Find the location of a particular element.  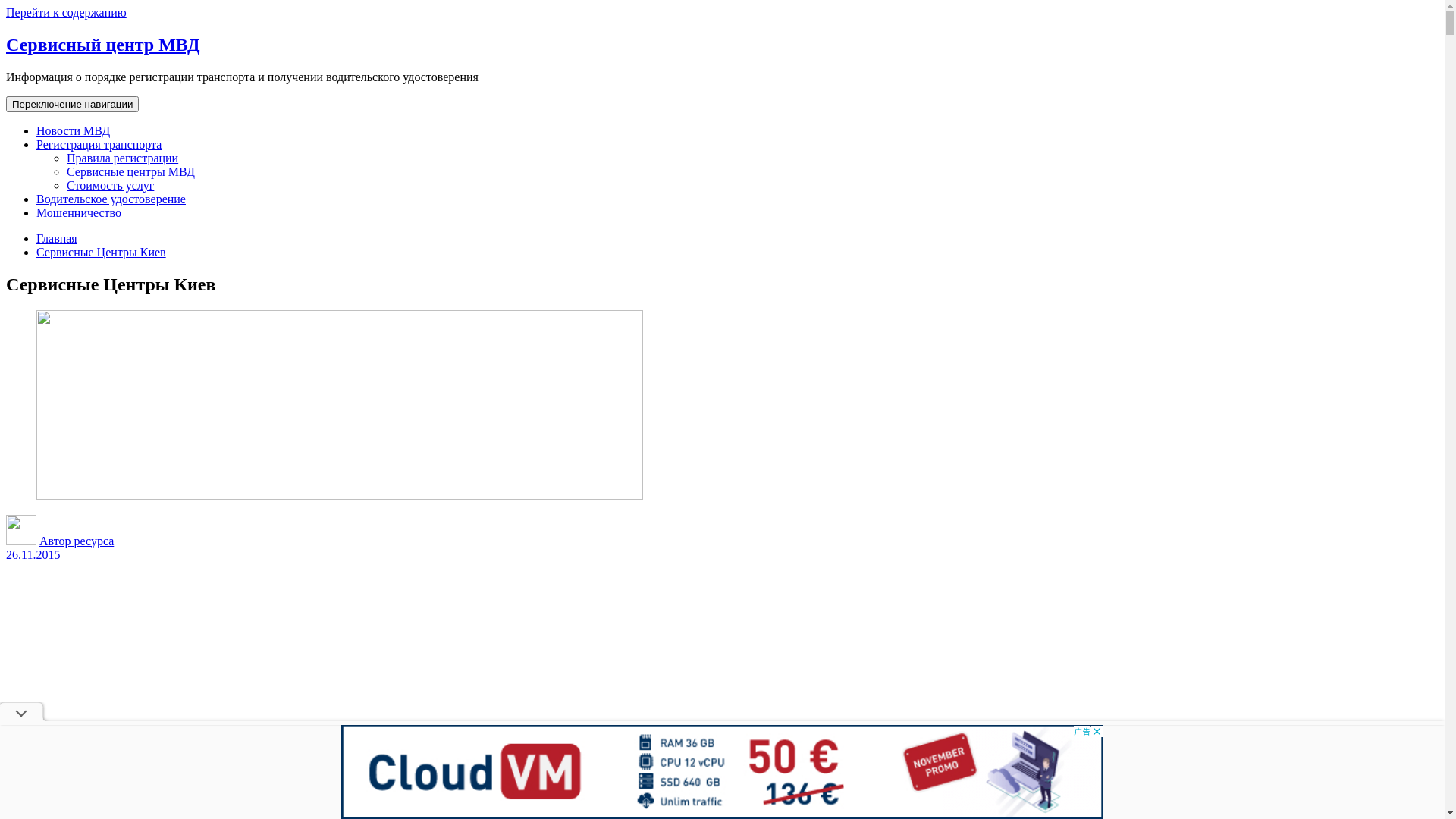

'26.11.2015' is located at coordinates (33, 554).